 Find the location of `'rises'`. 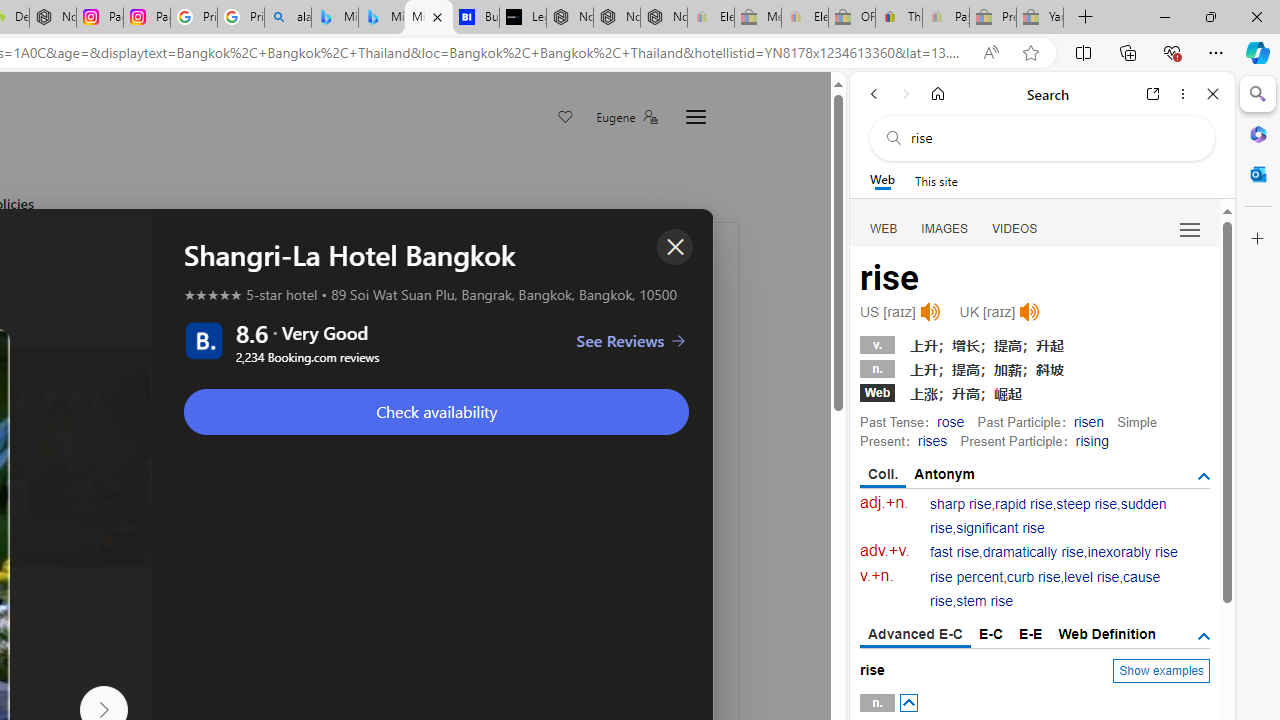

'rises' is located at coordinates (931, 440).